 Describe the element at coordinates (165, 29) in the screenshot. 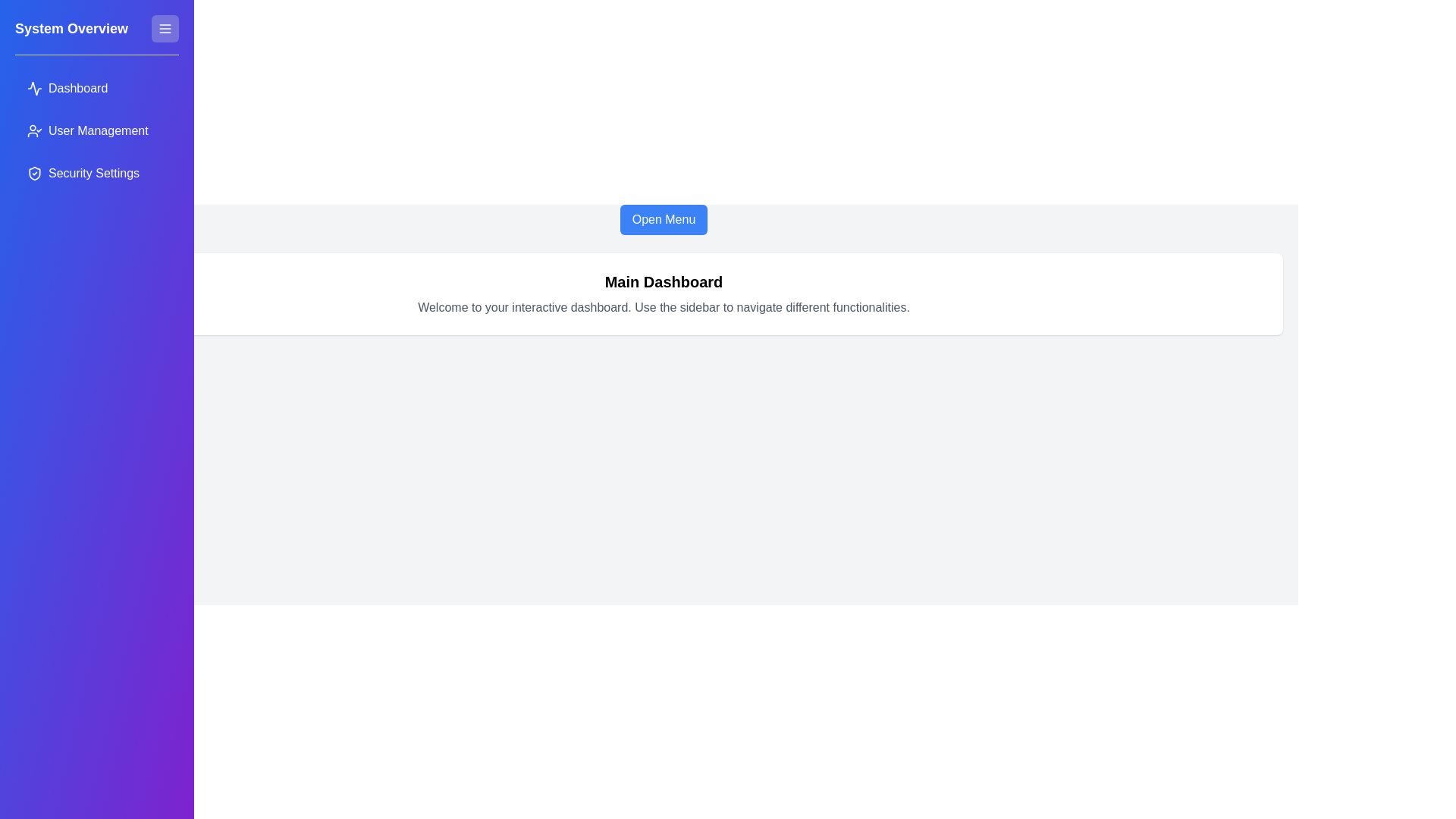

I see `the menu icon to toggle the sidebar visibility` at that location.